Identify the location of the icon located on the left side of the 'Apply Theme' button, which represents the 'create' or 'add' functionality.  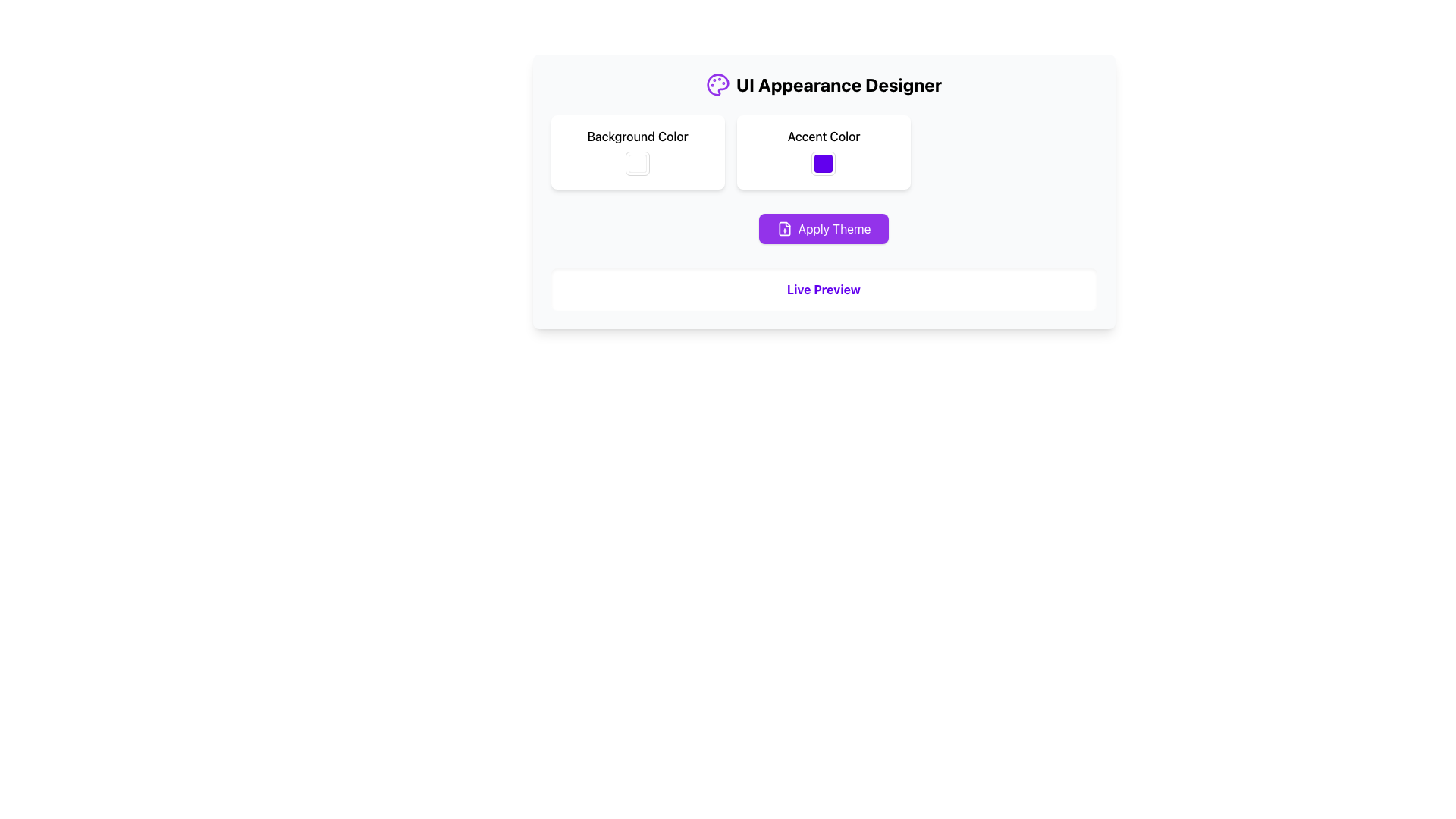
(784, 228).